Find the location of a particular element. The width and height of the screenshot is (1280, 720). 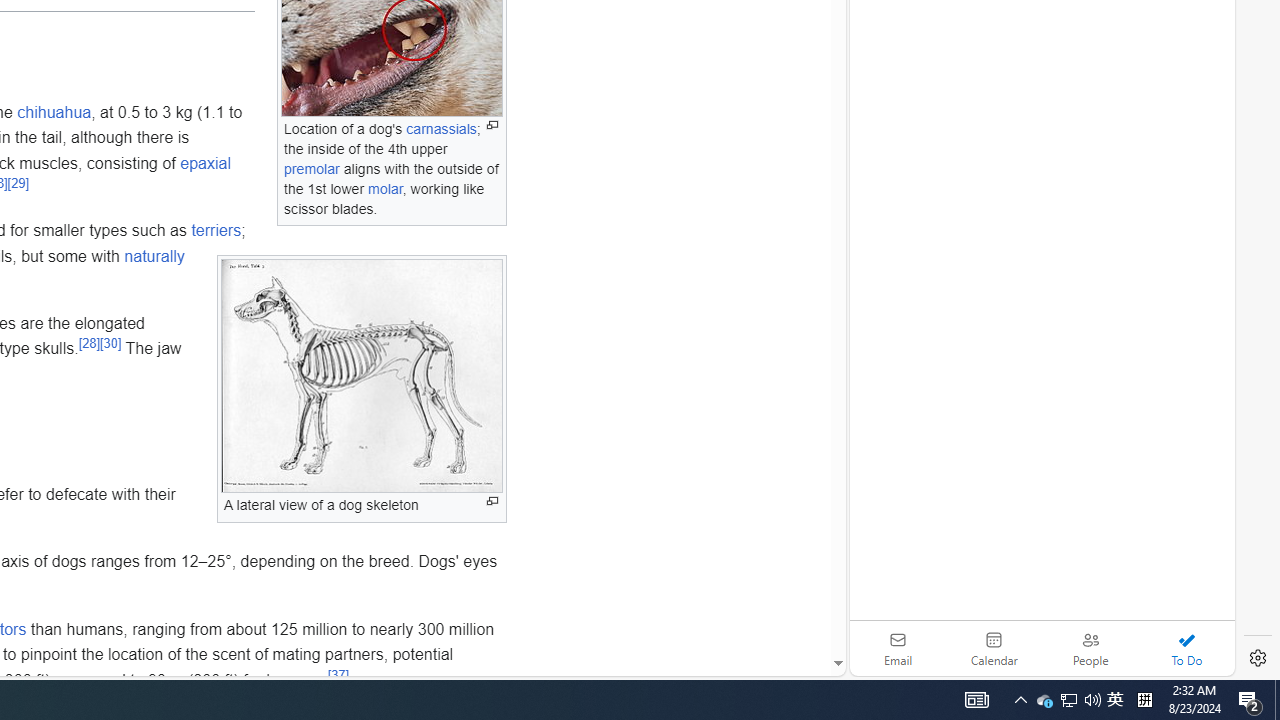

'To Do' is located at coordinates (1186, 648).